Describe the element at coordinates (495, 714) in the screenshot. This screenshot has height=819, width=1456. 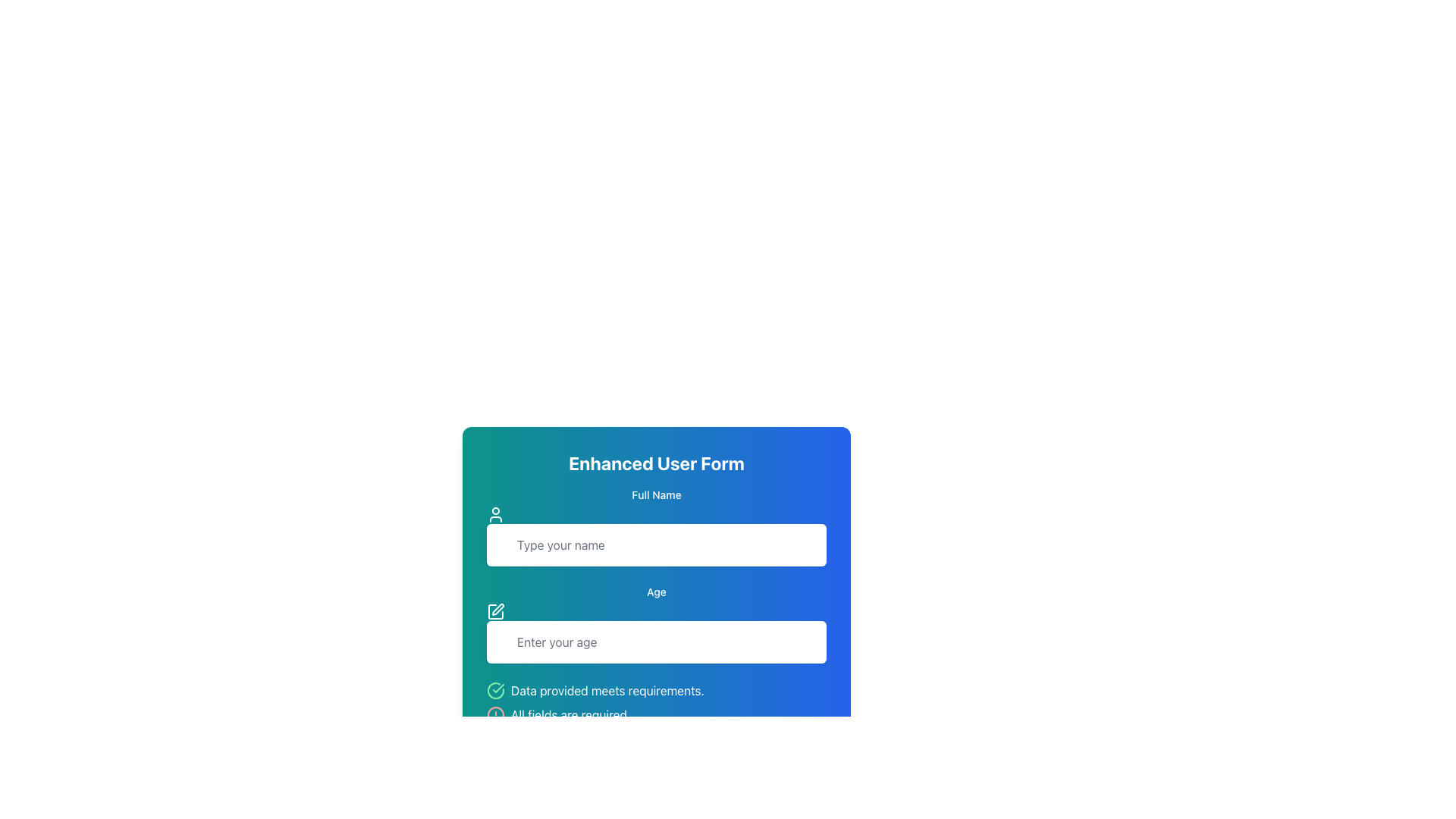
I see `the circular alert icon positioned at the bottom of the form interface, adjacent to the text 'All fields are required'` at that location.